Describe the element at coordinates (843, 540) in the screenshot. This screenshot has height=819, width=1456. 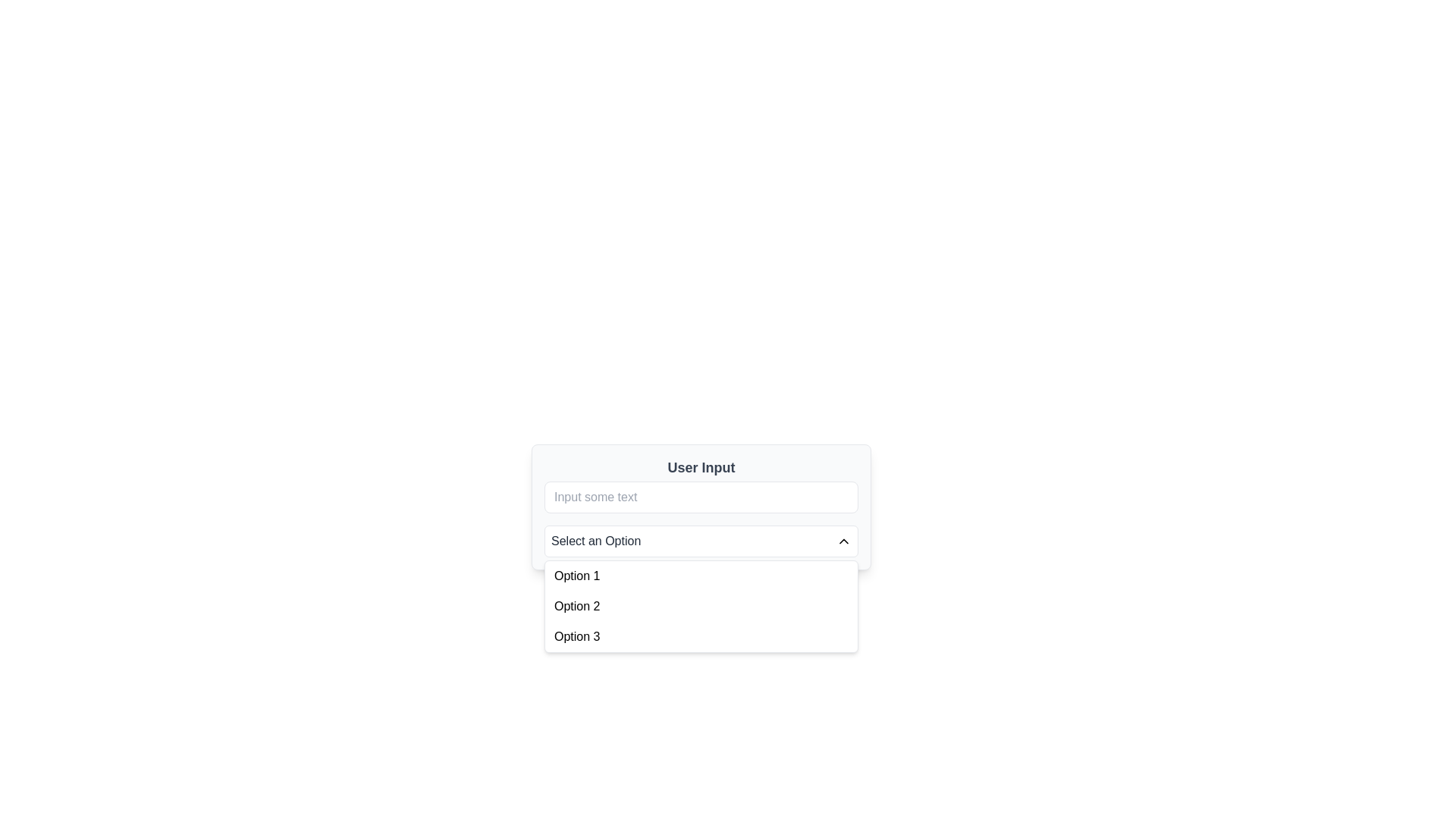
I see `the toggle icon located to the far right of the label 'Select an Option'` at that location.